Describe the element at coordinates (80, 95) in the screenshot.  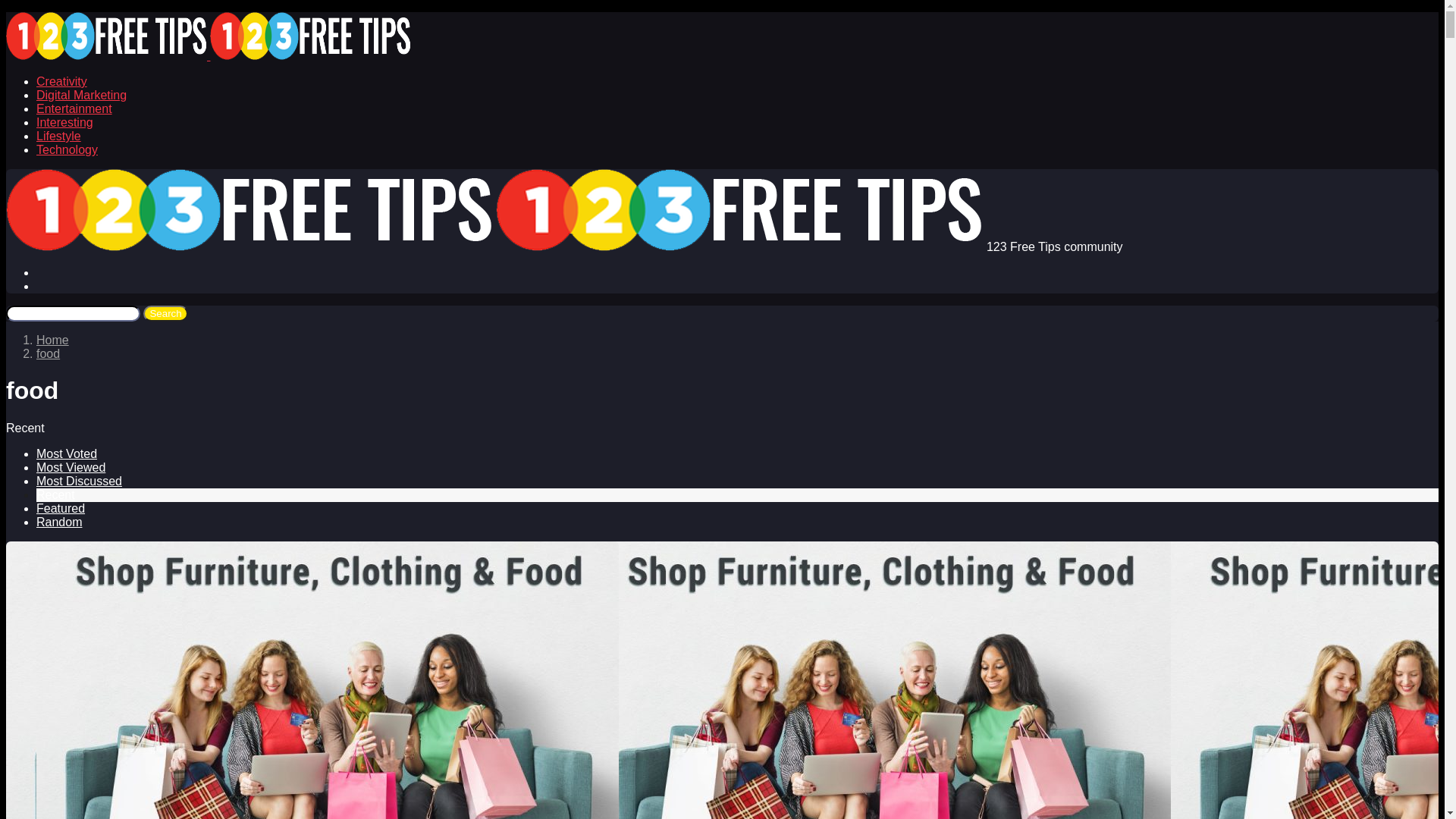
I see `'Digital Marketing'` at that location.